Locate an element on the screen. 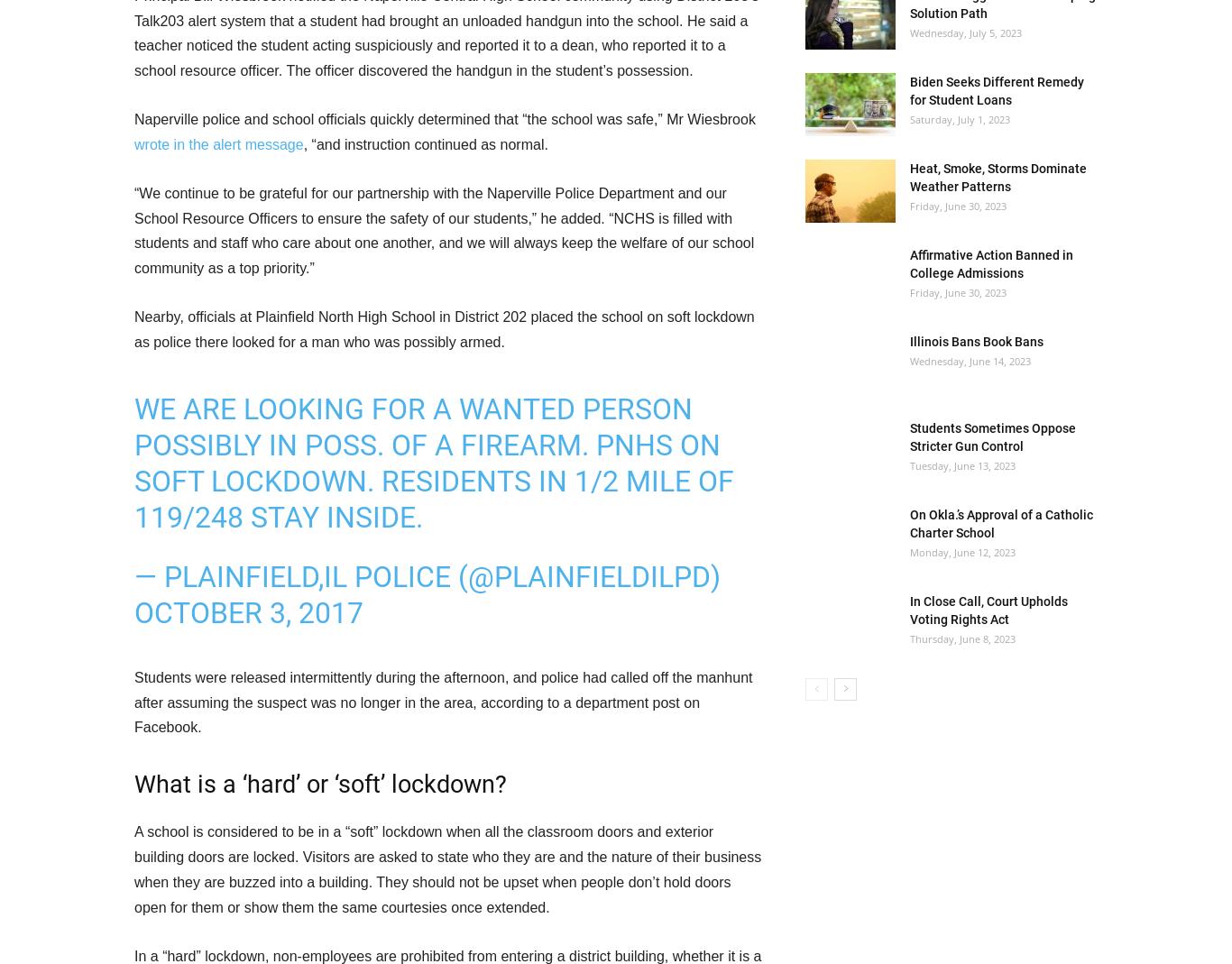 This screenshot has height=964, width=1232. 'Biden Seeks Different Remedy for Student Loans' is located at coordinates (910, 90).